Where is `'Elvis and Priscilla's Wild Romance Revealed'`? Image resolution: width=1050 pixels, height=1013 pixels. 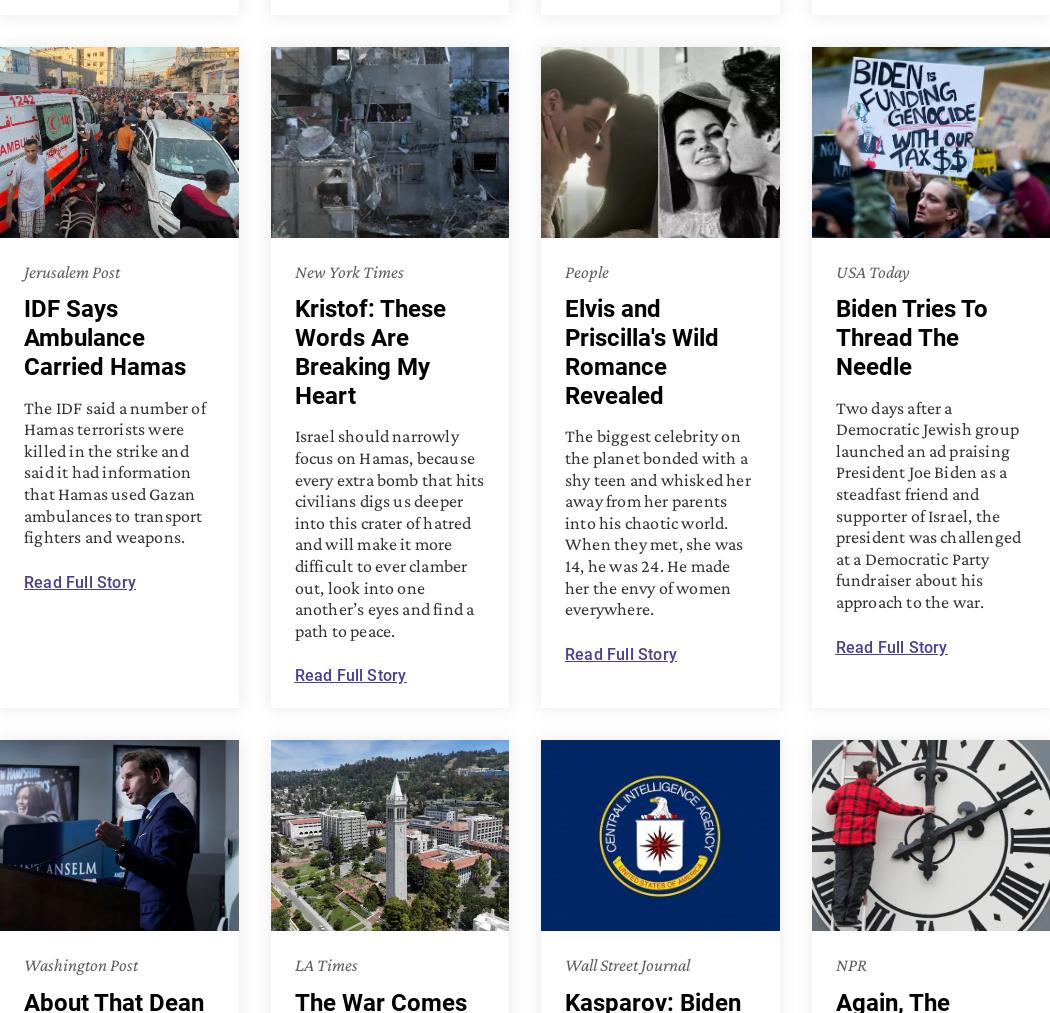
'Elvis and Priscilla's Wild Romance Revealed' is located at coordinates (640, 352).